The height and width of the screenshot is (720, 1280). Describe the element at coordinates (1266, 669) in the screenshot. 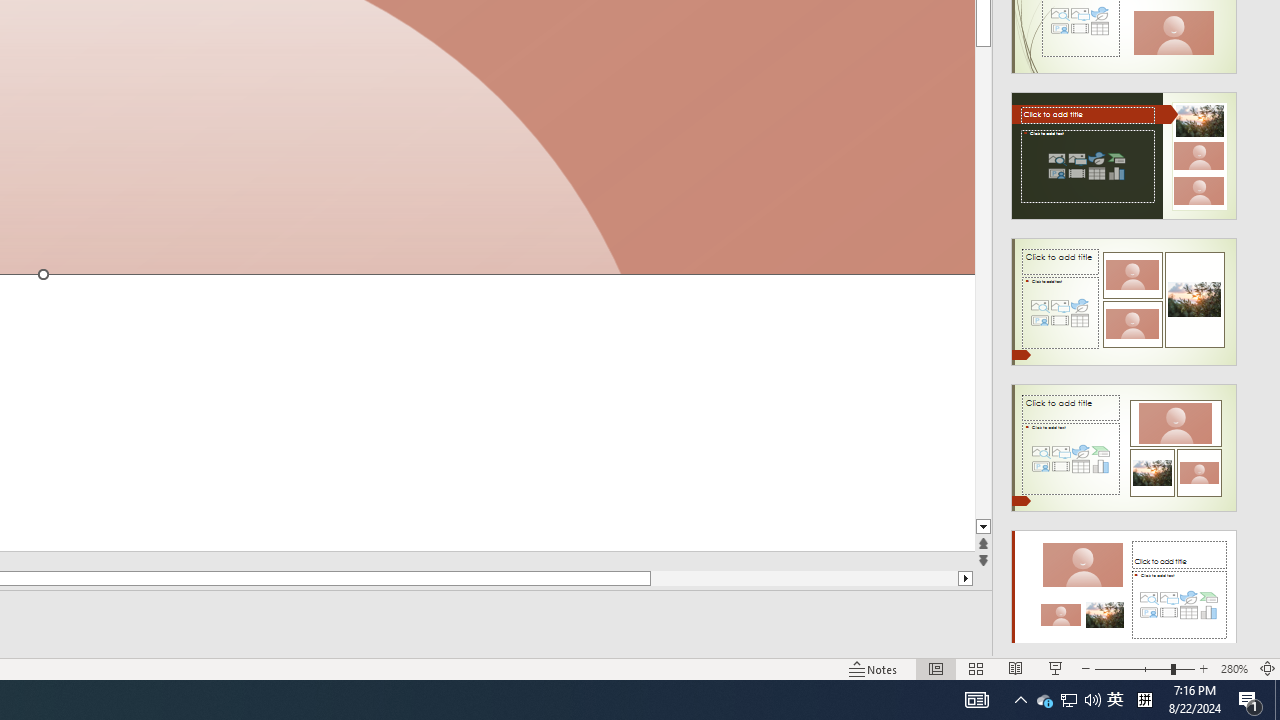

I see `'Zoom to Fit '` at that location.